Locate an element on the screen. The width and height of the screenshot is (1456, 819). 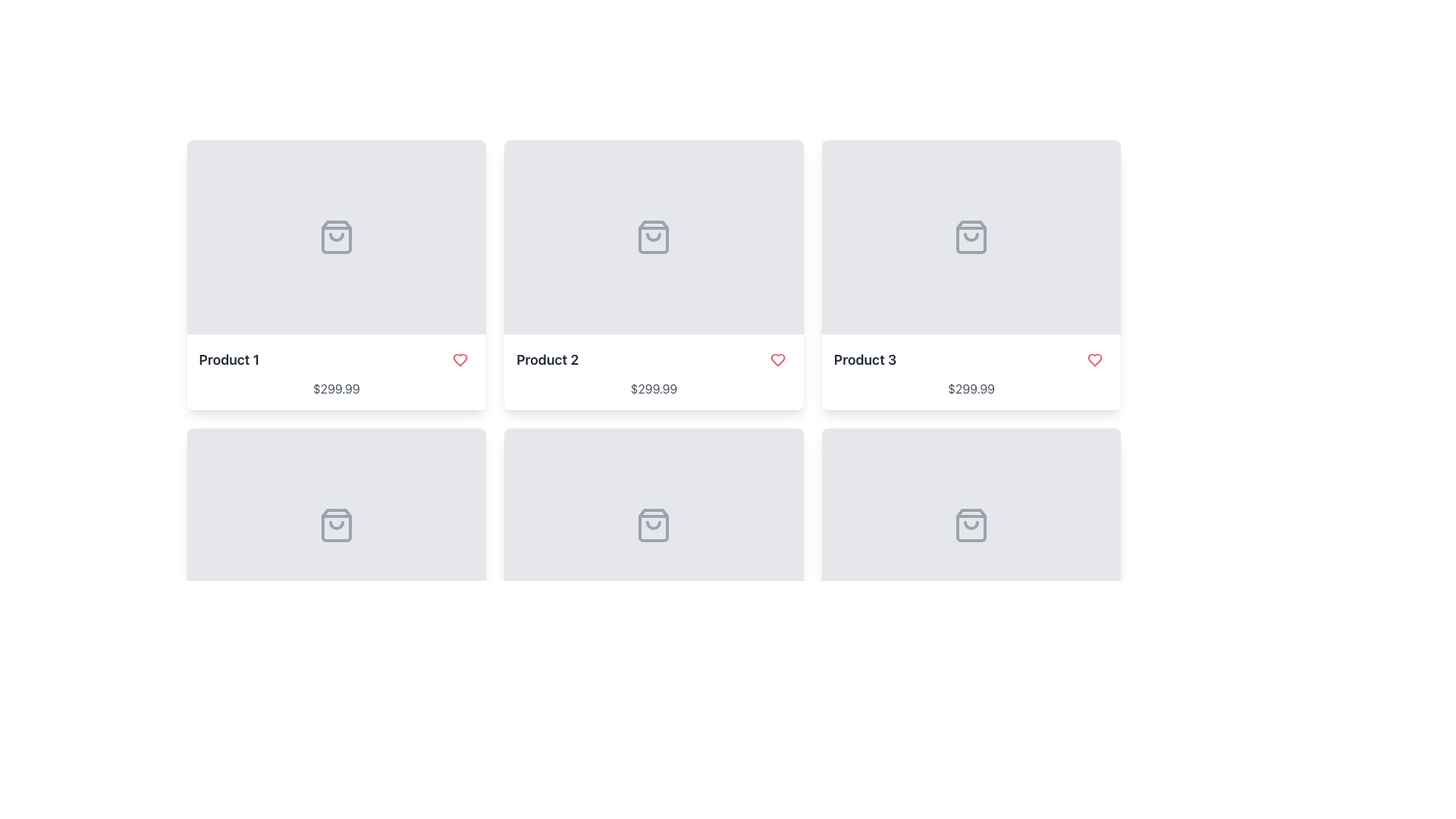
curved line element of the shopping bag icon, which is styled with a light gray stroke and positioned centrally within the icon is located at coordinates (654, 237).